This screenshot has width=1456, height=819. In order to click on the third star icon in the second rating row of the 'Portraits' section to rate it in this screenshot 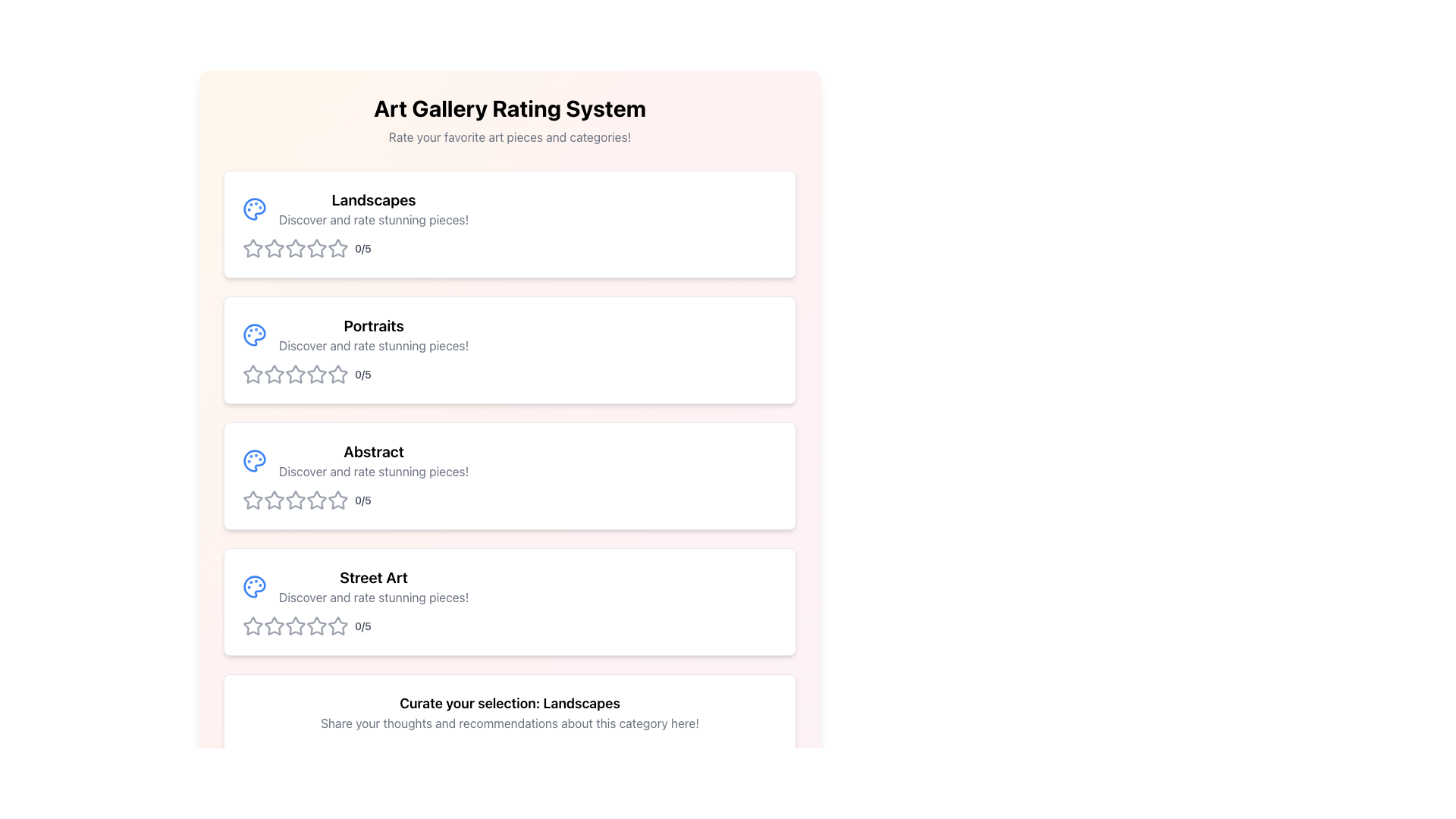, I will do `click(337, 374)`.